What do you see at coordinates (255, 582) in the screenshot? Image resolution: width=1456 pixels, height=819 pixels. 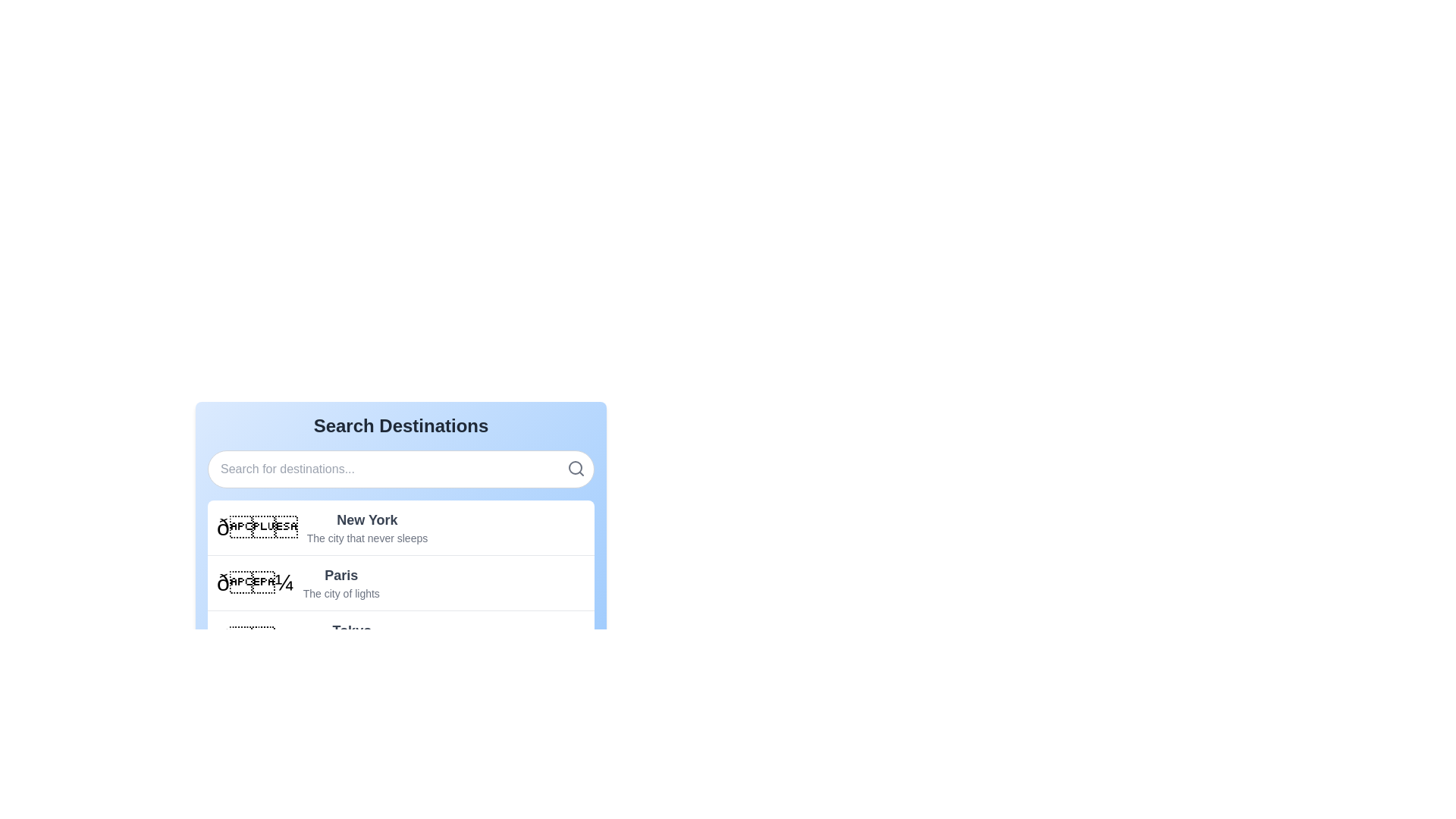 I see `the decorative emoji located to the left of the list item referencing 'Paris - The city of lights.'` at bounding box center [255, 582].